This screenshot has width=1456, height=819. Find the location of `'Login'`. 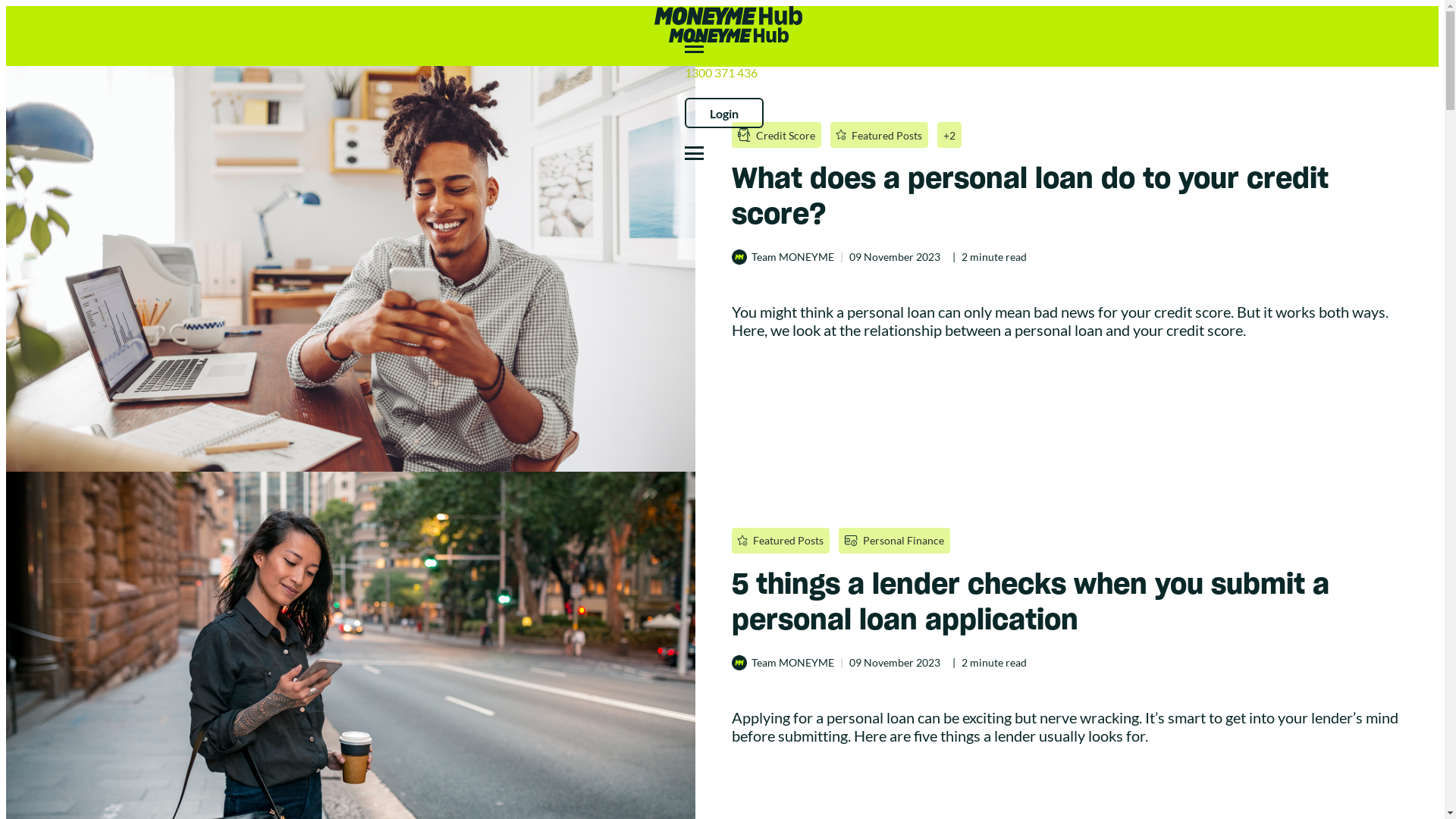

'Login' is located at coordinates (723, 112).